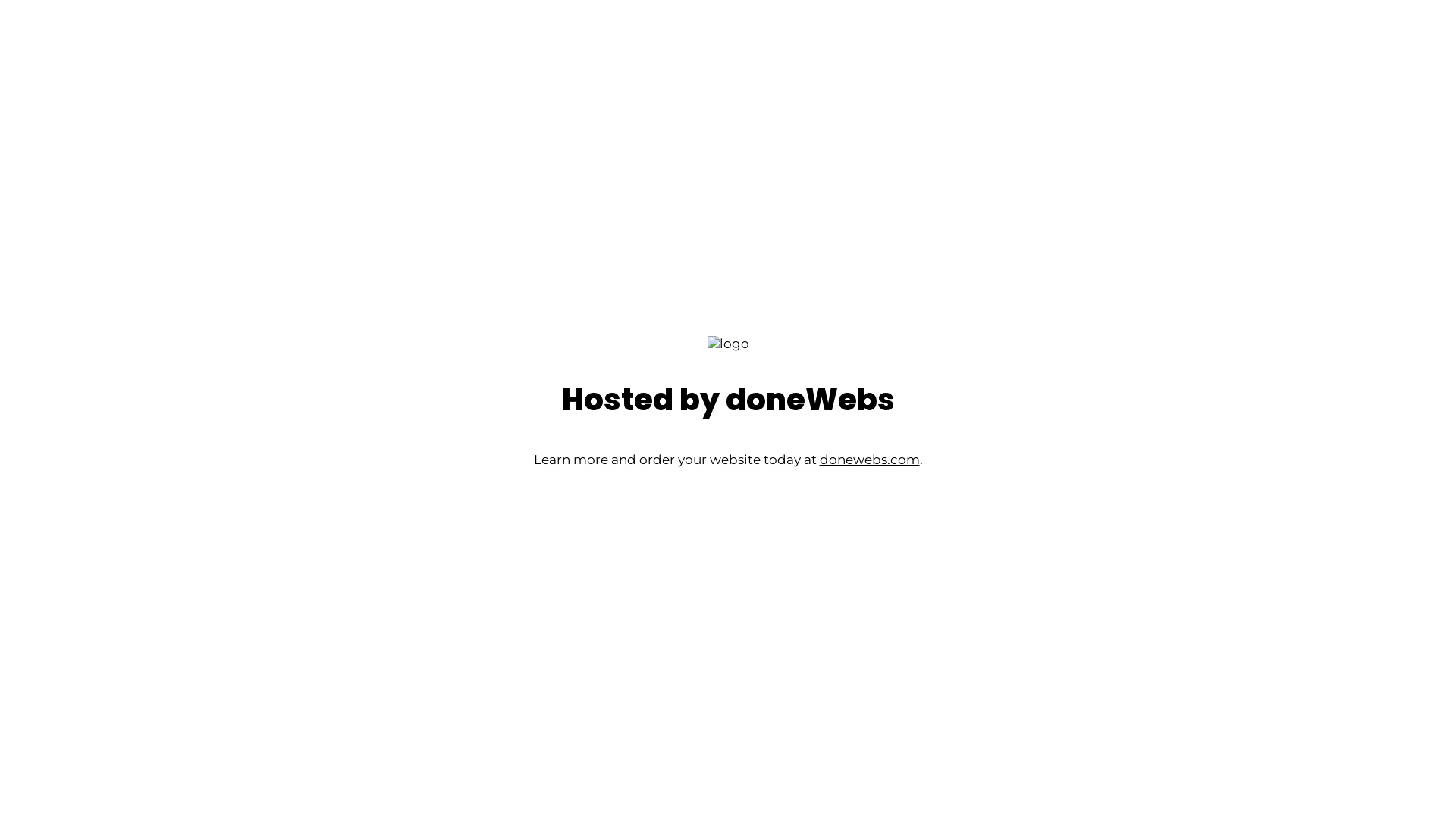 This screenshot has width=1456, height=819. Describe the element at coordinates (869, 458) in the screenshot. I see `'donewebs.com'` at that location.